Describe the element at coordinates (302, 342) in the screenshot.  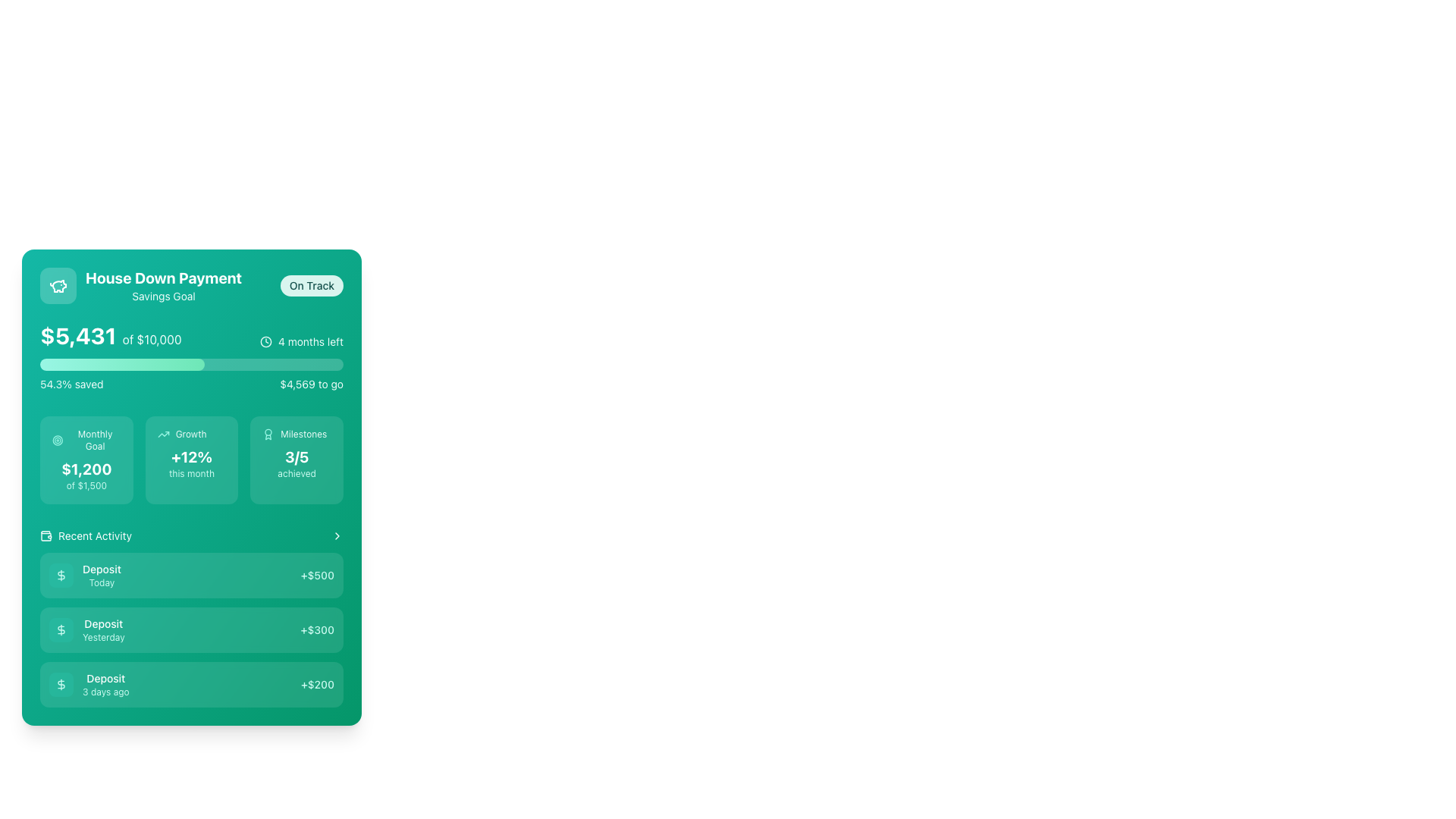
I see `the Static Text with Icon displaying the time-related status located in the upper-right section of the panel next to the progress summary information` at that location.